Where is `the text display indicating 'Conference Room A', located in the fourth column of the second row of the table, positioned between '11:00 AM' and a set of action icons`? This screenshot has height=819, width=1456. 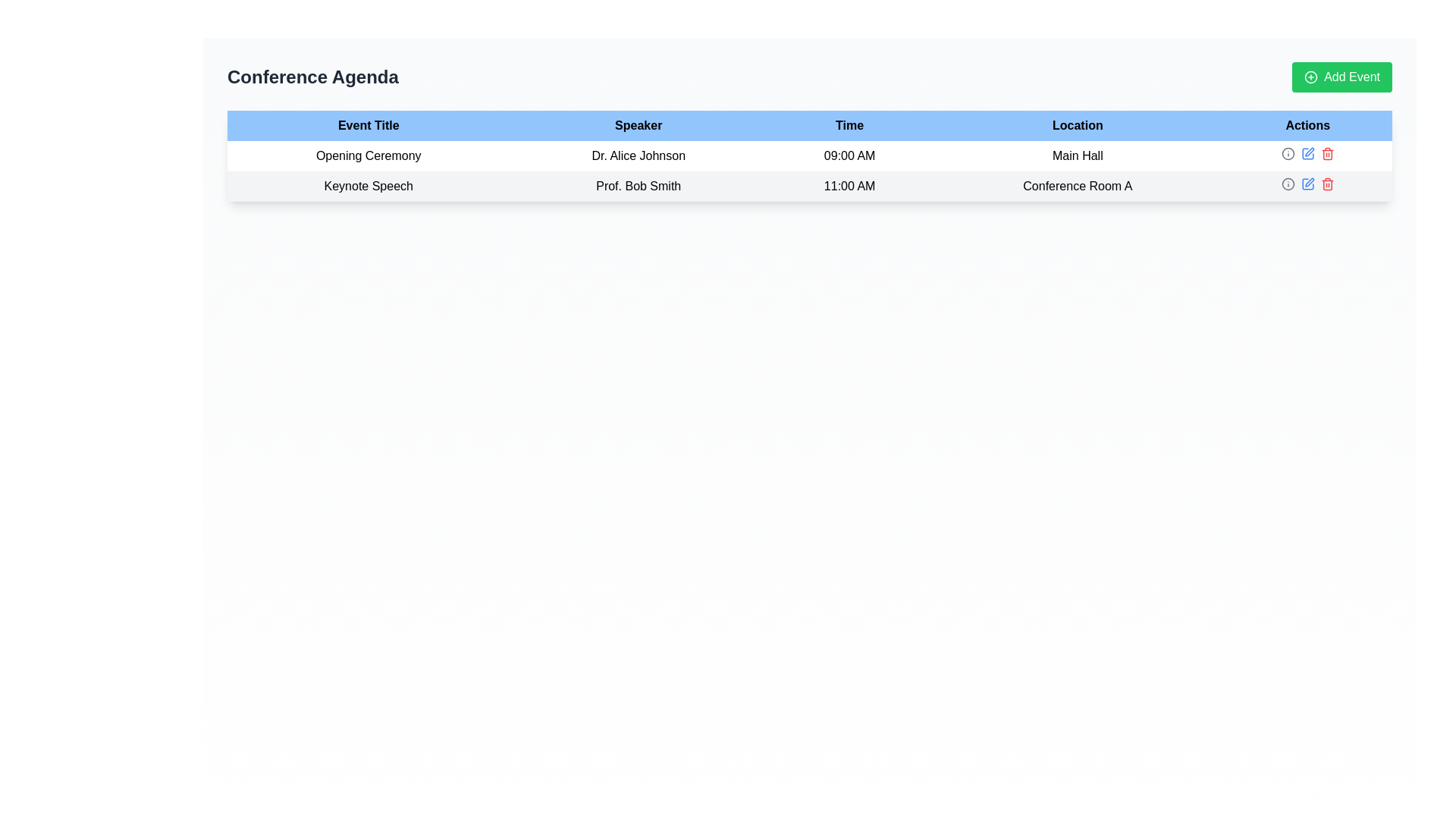
the text display indicating 'Conference Room A', located in the fourth column of the second row of the table, positioned between '11:00 AM' and a set of action icons is located at coordinates (1077, 186).